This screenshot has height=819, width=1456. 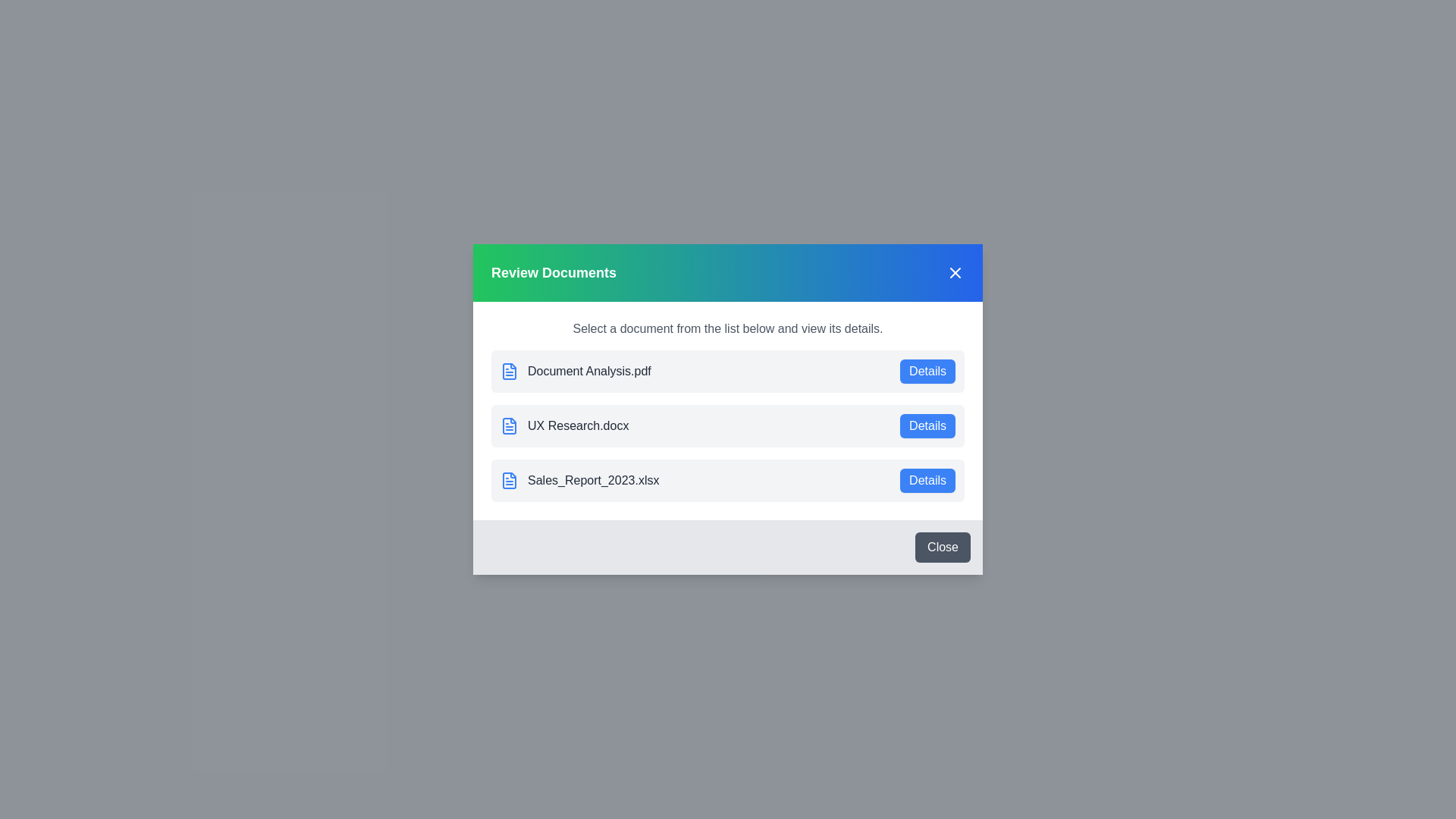 I want to click on the close button to close the dialog, so click(x=942, y=547).